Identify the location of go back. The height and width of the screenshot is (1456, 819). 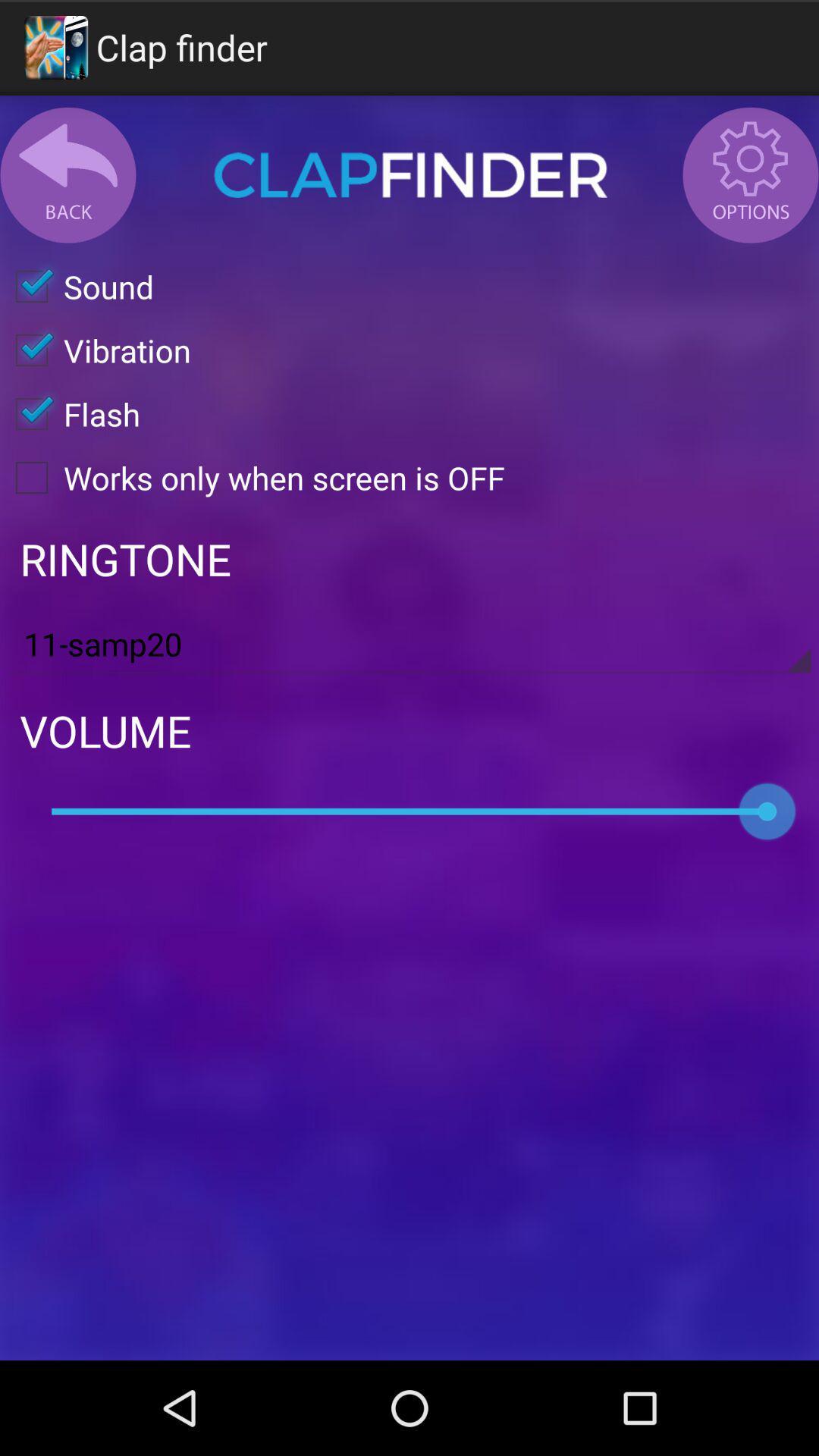
(67, 174).